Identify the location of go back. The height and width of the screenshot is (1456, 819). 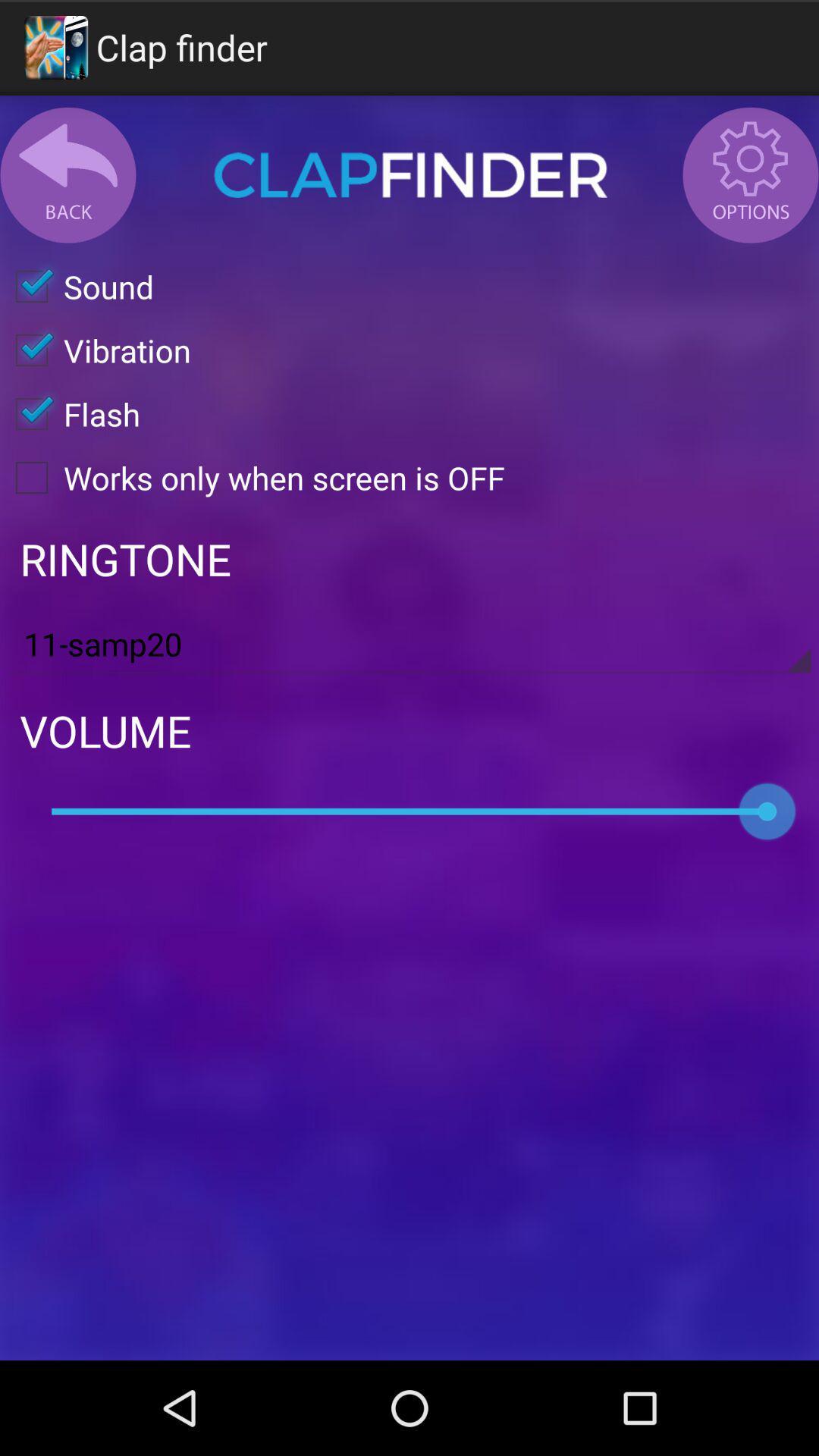
(67, 174).